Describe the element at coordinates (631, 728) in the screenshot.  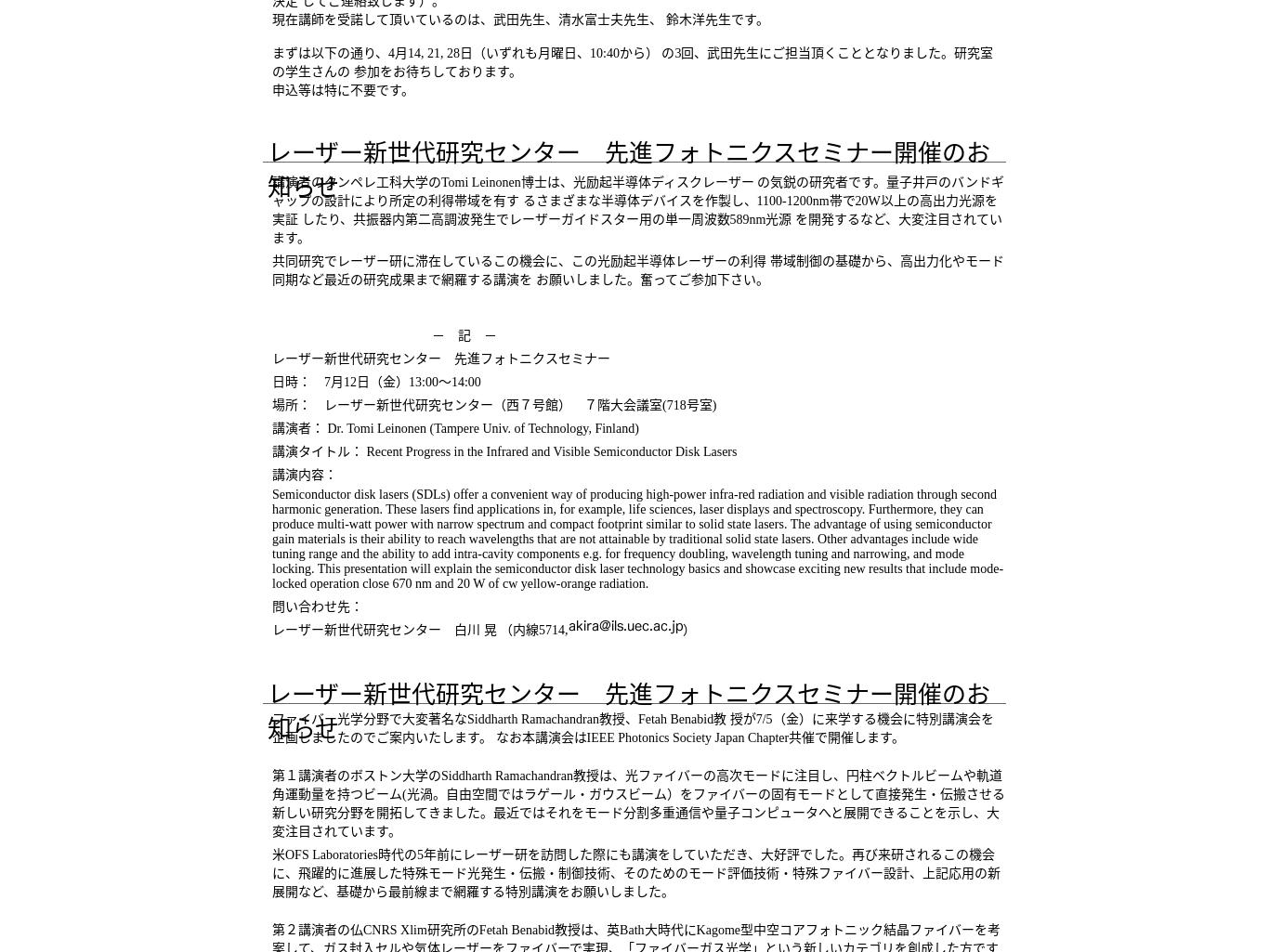
I see `'ファイバー光学分野で大変著名なSiddharth Ramachandran教授、Fetah Benabid教
授が7/5（金）に来学する機会に特別講演会を企画しましたのでご案内いたします。
なお本講演会はIEEE Photonics Society Japan Chapter共催で開催します。'` at that location.